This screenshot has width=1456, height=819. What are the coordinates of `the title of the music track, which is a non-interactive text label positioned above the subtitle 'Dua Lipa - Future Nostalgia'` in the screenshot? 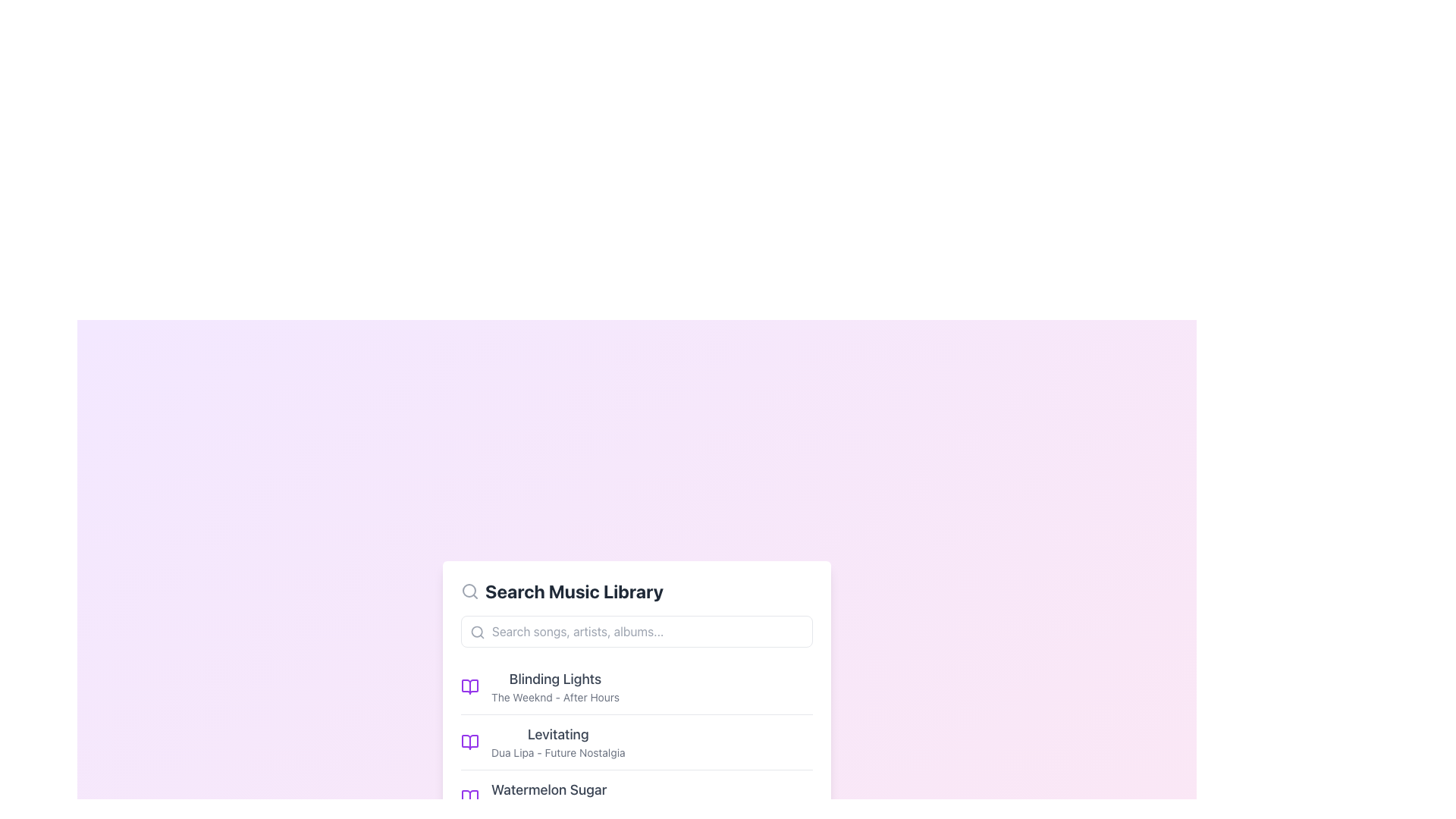 It's located at (557, 733).